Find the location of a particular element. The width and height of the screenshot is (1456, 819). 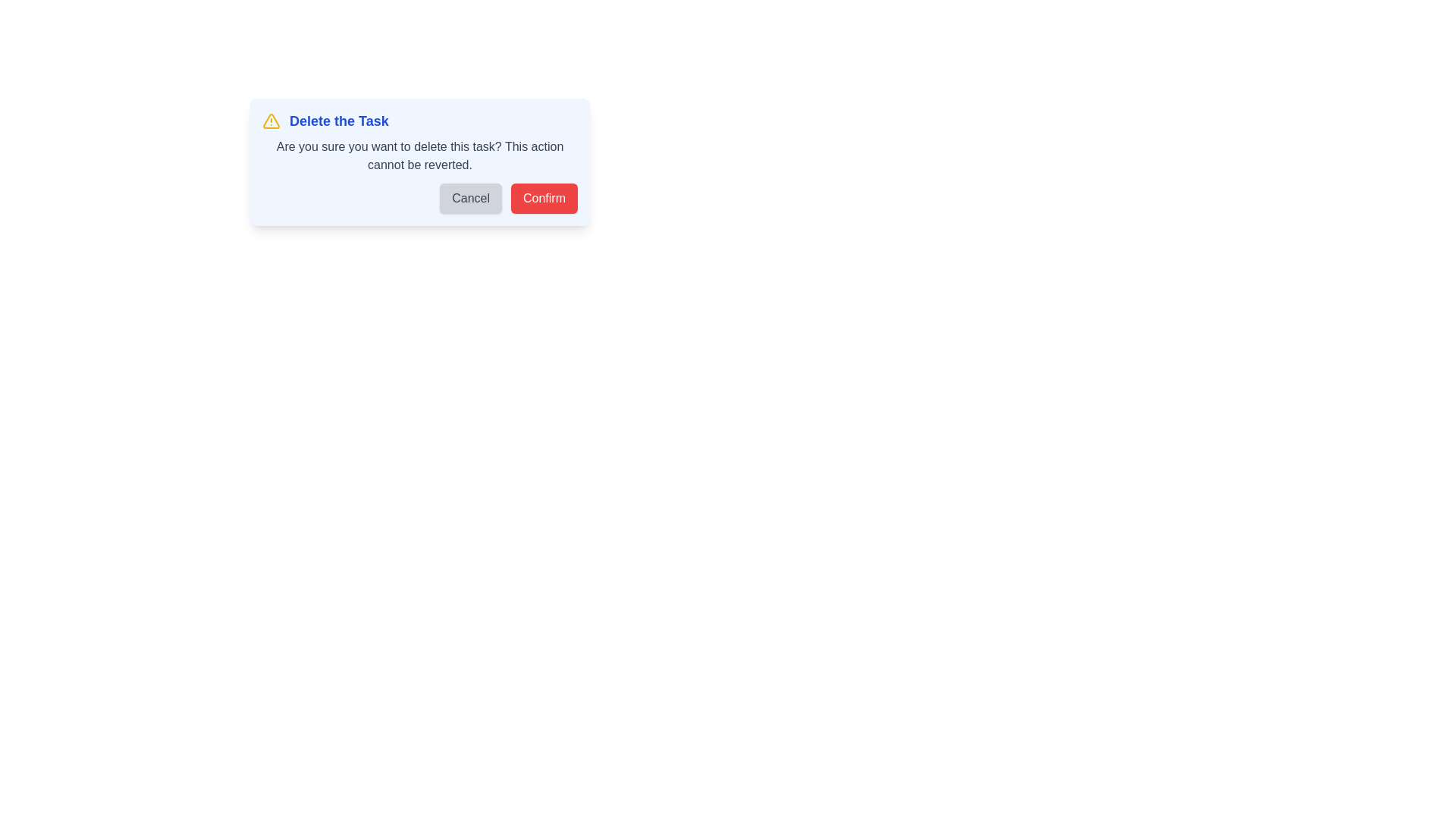

the cancel button located in the bottom-right section of the modal dialog interface is located at coordinates (470, 198).